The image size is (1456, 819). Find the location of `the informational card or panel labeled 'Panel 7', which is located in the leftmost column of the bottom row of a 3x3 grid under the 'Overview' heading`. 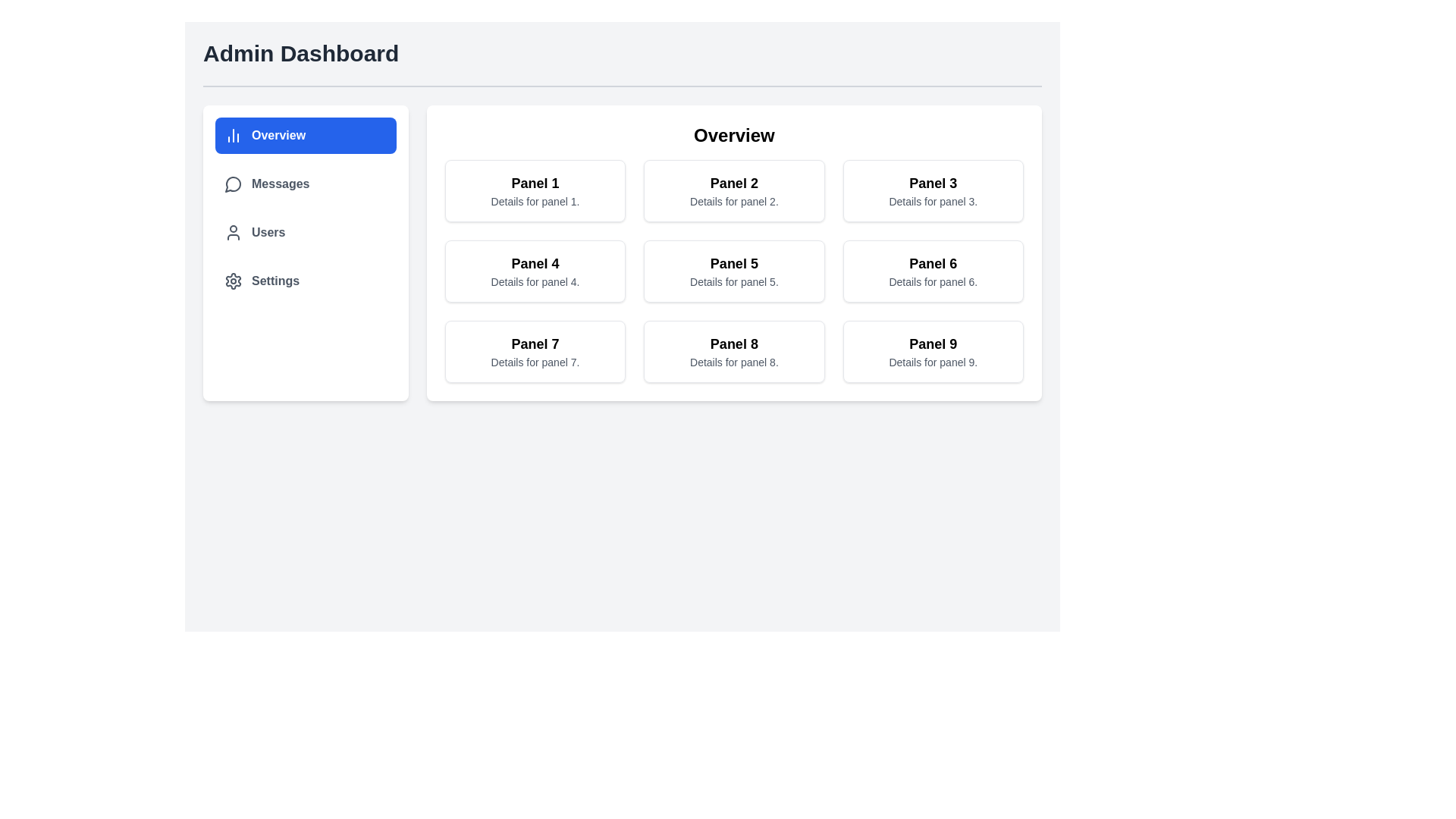

the informational card or panel labeled 'Panel 7', which is located in the leftmost column of the bottom row of a 3x3 grid under the 'Overview' heading is located at coordinates (535, 351).